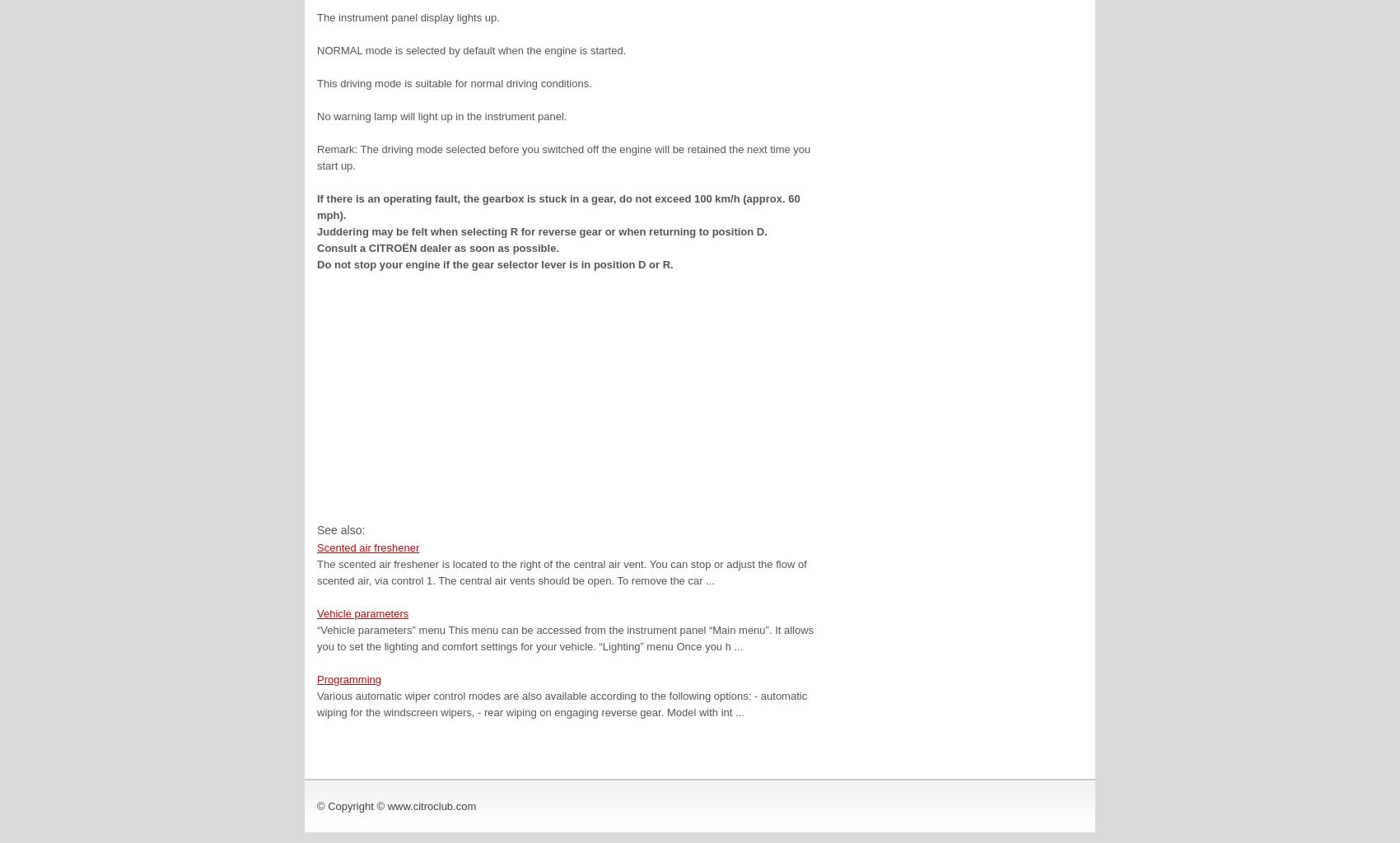 Image resolution: width=1400 pixels, height=843 pixels. Describe the element at coordinates (362, 612) in the screenshot. I see `'Vehicle parameters'` at that location.